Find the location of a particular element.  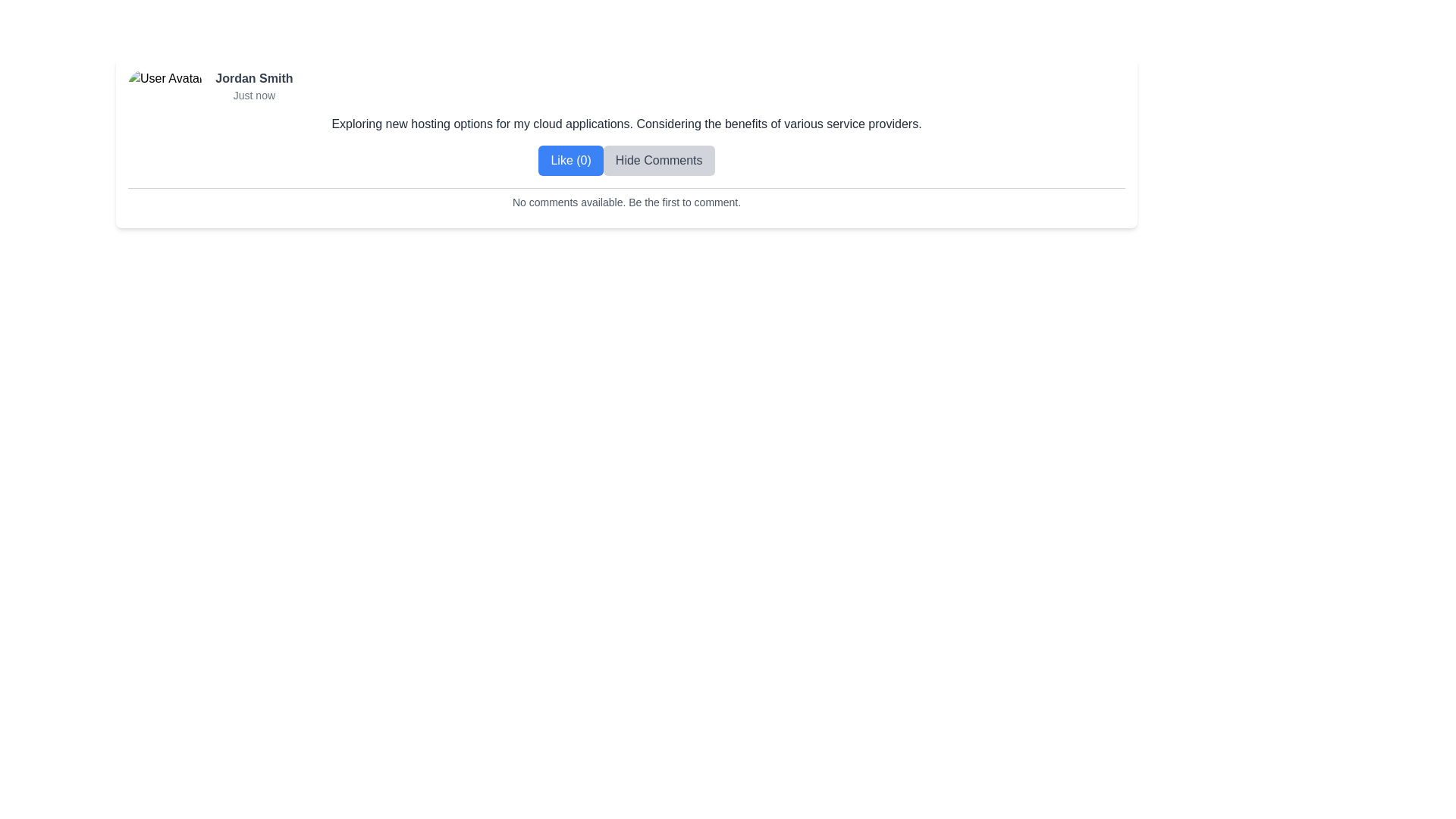

the informational text display indicating the absence of comments and encouraging users to post the first comment, located near the bottom of the section with buttons labeled 'Like (0)' and 'Hide Comments' is located at coordinates (626, 201).